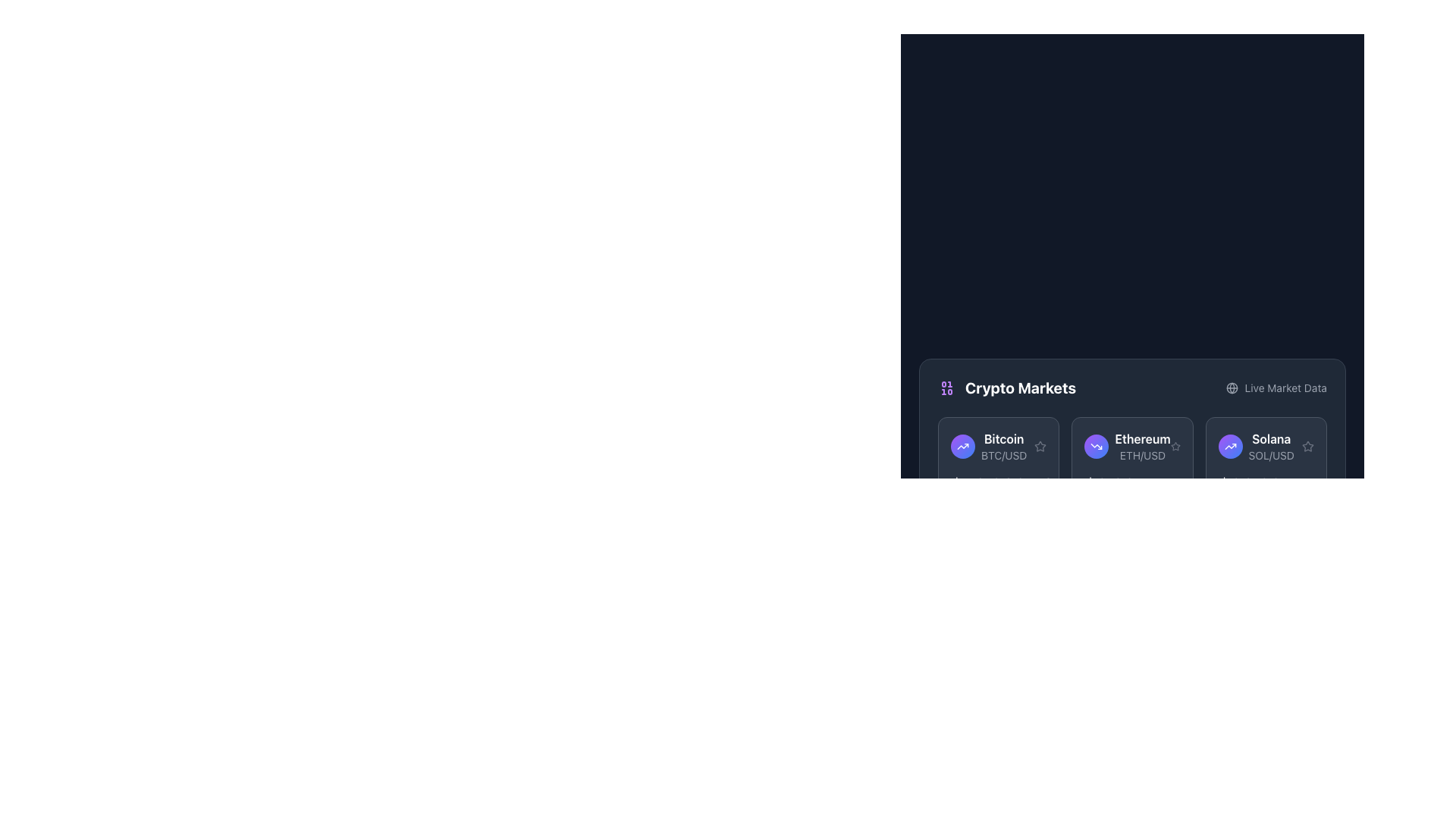  What do you see at coordinates (1132, 462) in the screenshot?
I see `the Ethereum summary card located in the Crypto Markets section, which is the middle card in a grid layout displaying three cryptocurrency cards` at bounding box center [1132, 462].